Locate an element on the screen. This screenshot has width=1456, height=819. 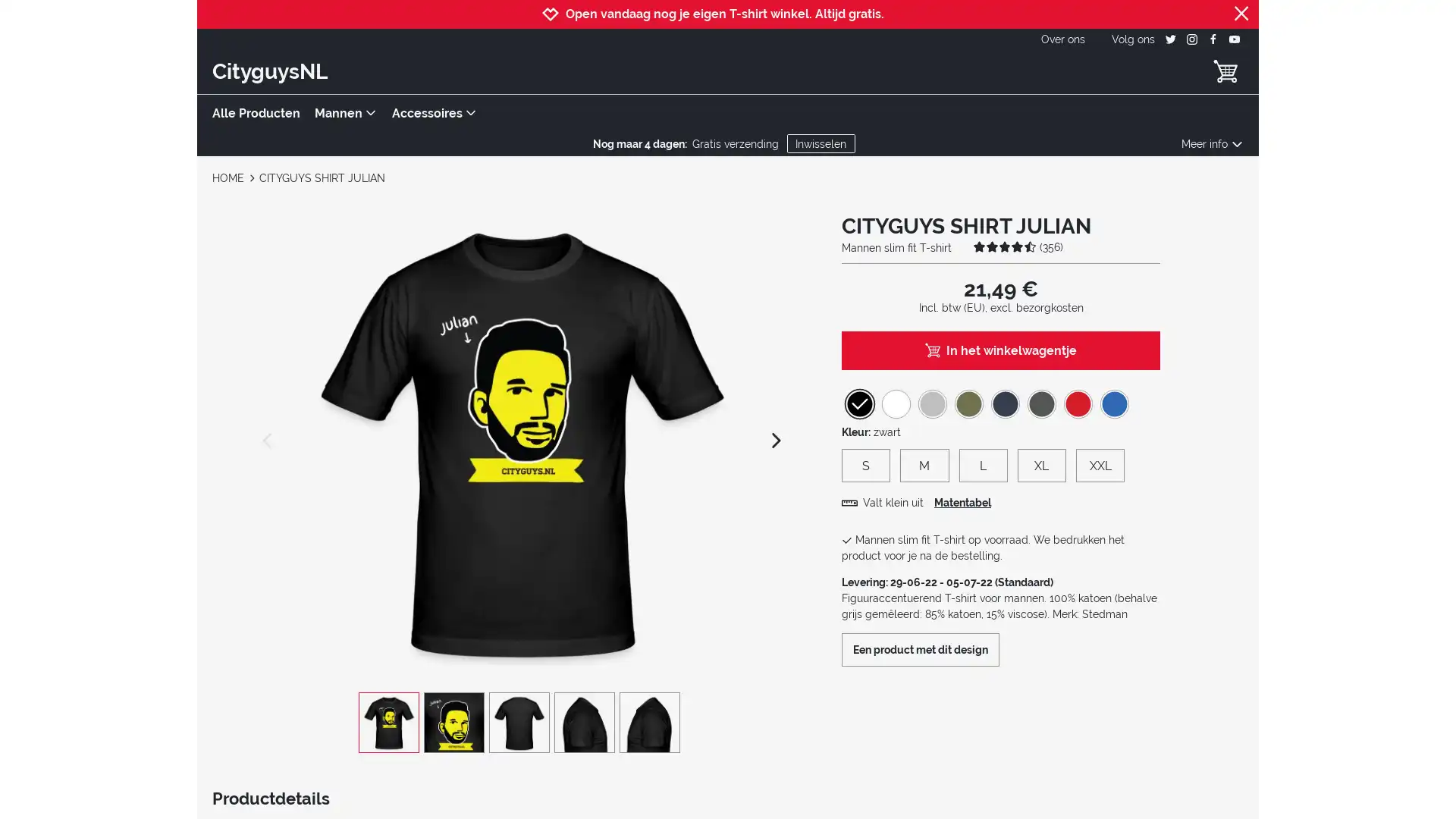
Matentabel is located at coordinates (962, 503).